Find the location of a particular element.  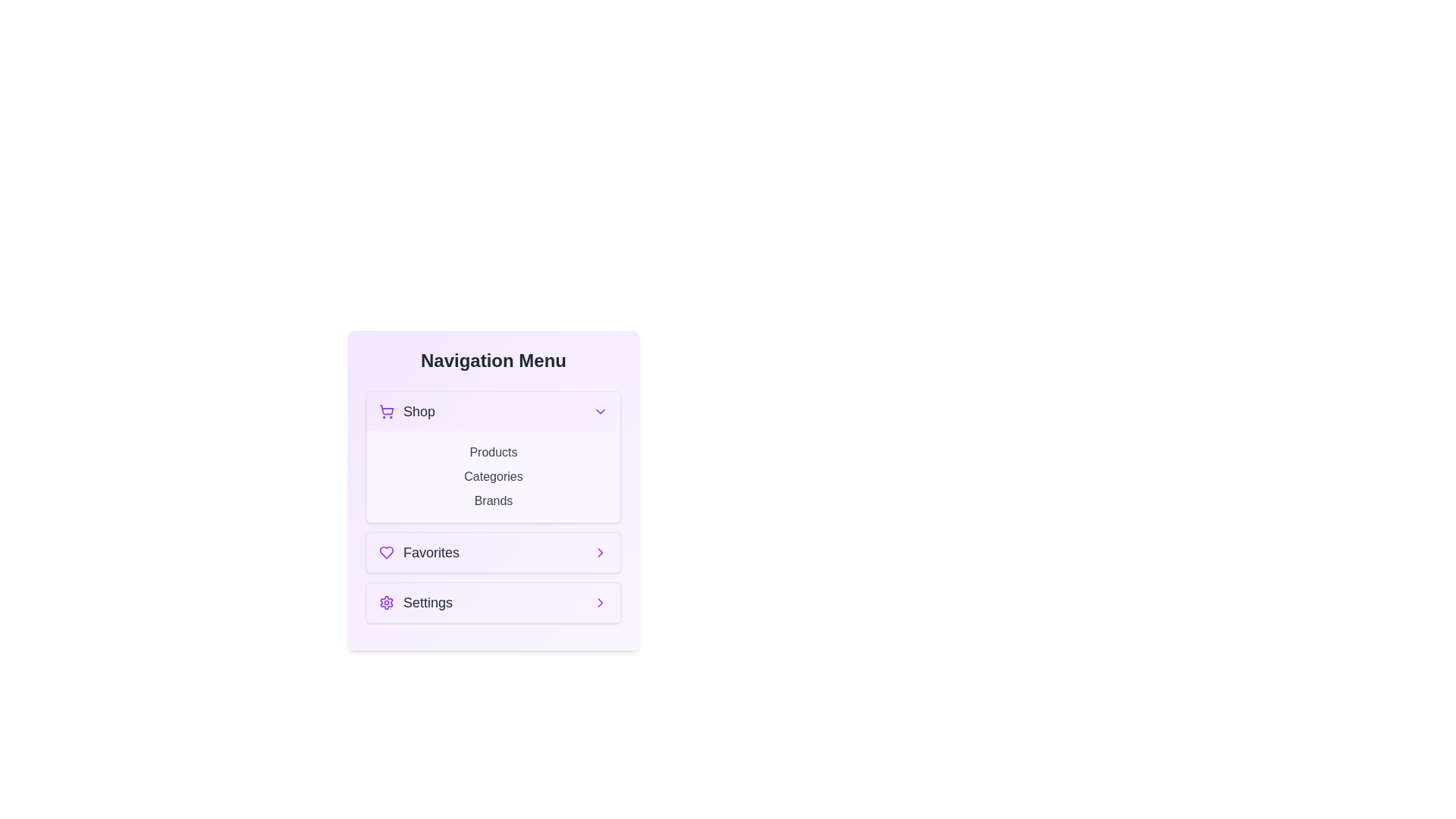

the 'Shop' menu icon, which is located on the left-hand side of the 'Shop' entry in the navigation menu, representing shopping functionality is located at coordinates (386, 412).